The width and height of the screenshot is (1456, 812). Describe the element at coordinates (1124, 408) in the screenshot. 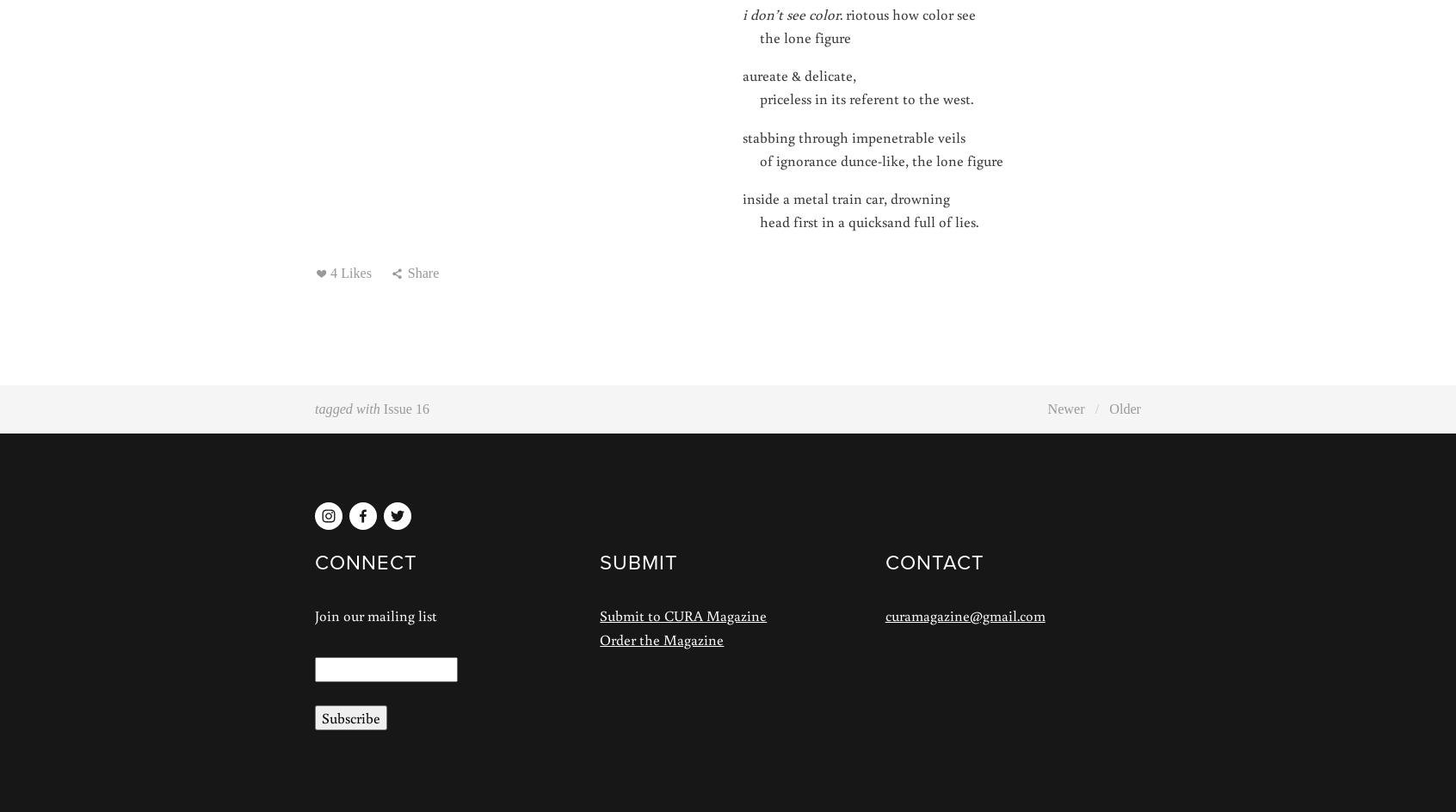

I see `'Older'` at that location.